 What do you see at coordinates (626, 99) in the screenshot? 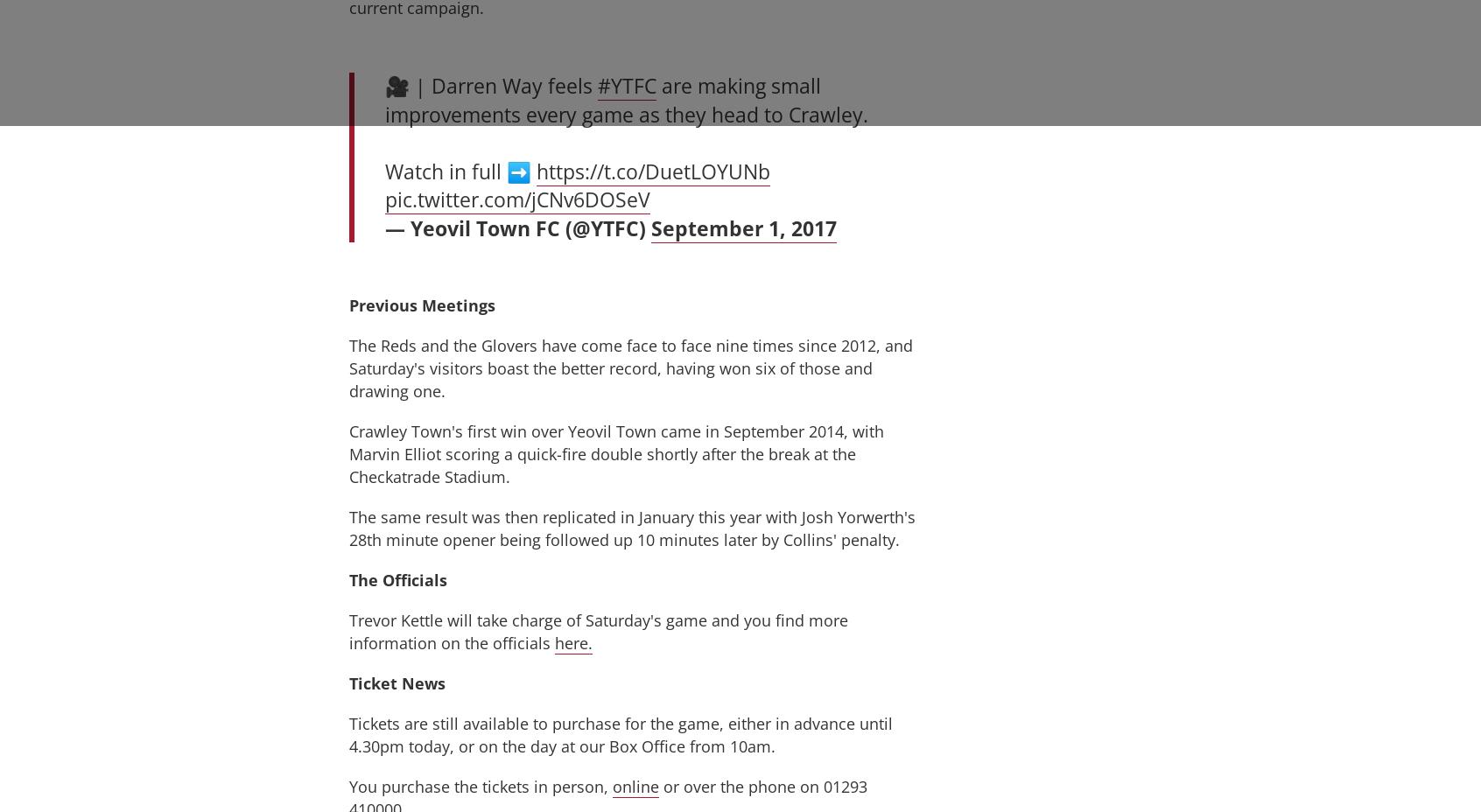
I see `'are making small improvements every game as they head to Crawley.'` at bounding box center [626, 99].